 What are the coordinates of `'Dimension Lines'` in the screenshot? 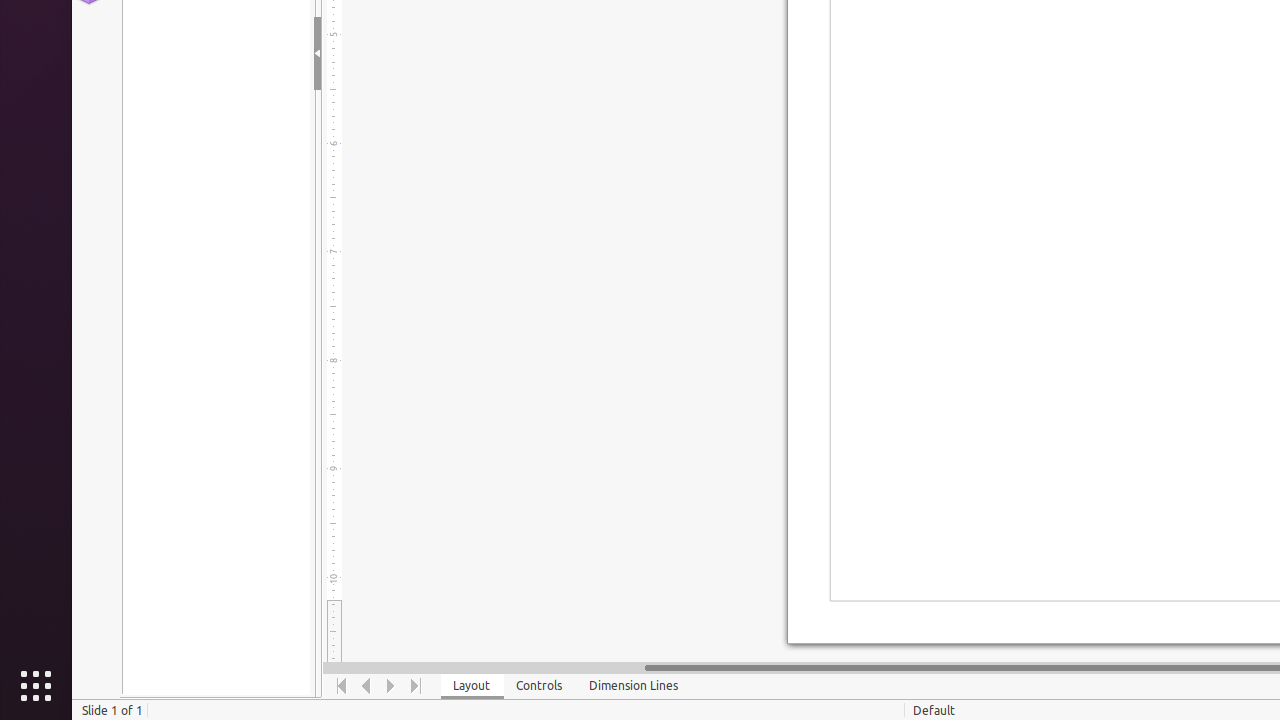 It's located at (633, 685).